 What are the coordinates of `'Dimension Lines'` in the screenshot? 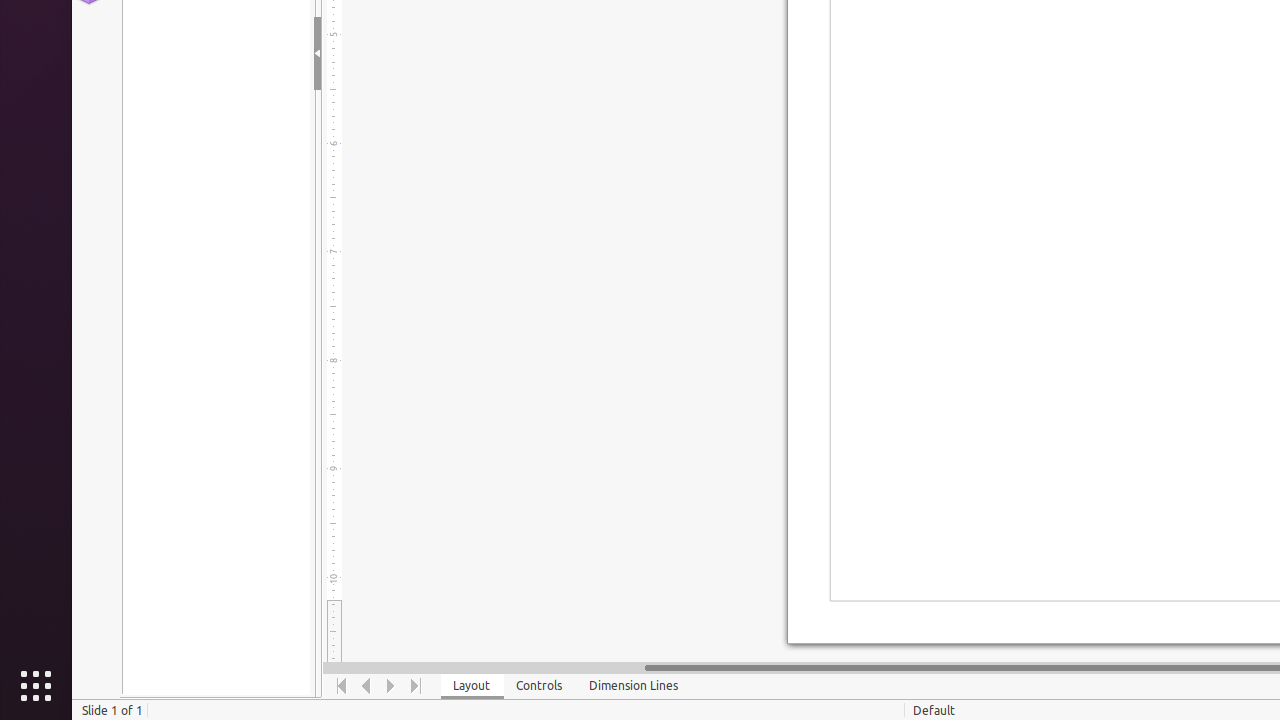 It's located at (633, 685).